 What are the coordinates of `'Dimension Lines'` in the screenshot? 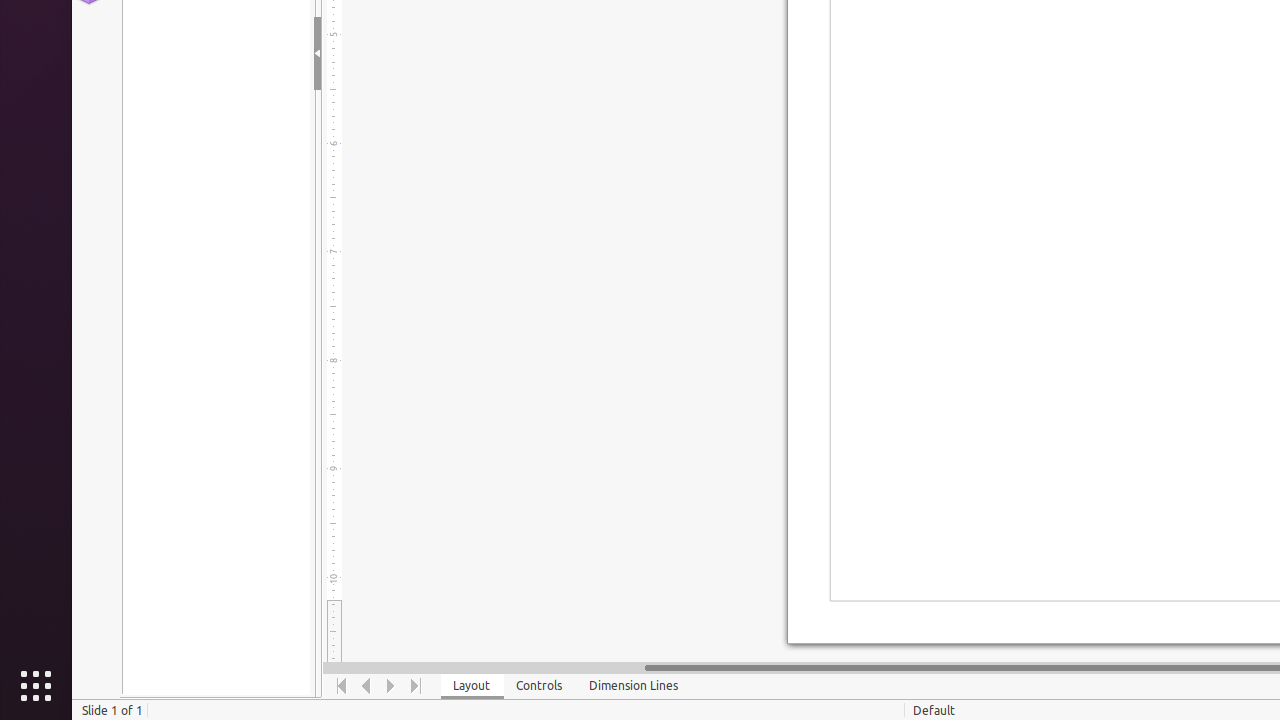 It's located at (633, 685).